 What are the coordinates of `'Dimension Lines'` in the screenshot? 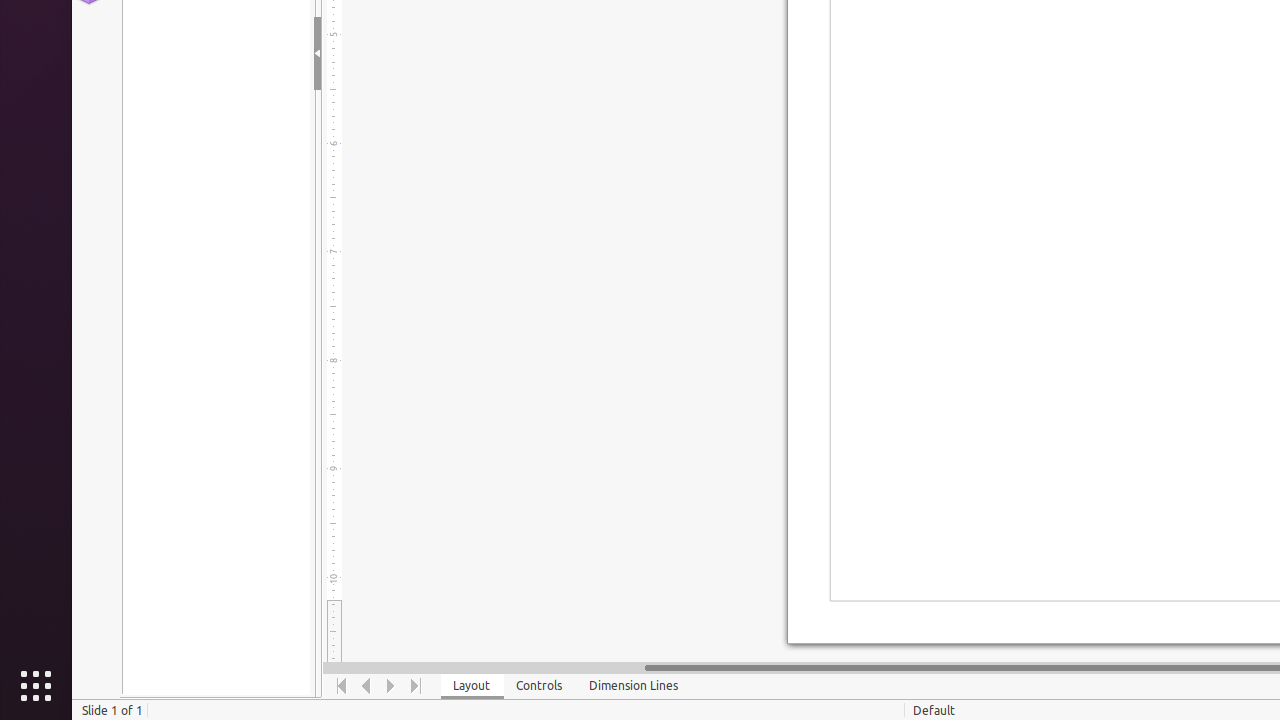 It's located at (633, 685).